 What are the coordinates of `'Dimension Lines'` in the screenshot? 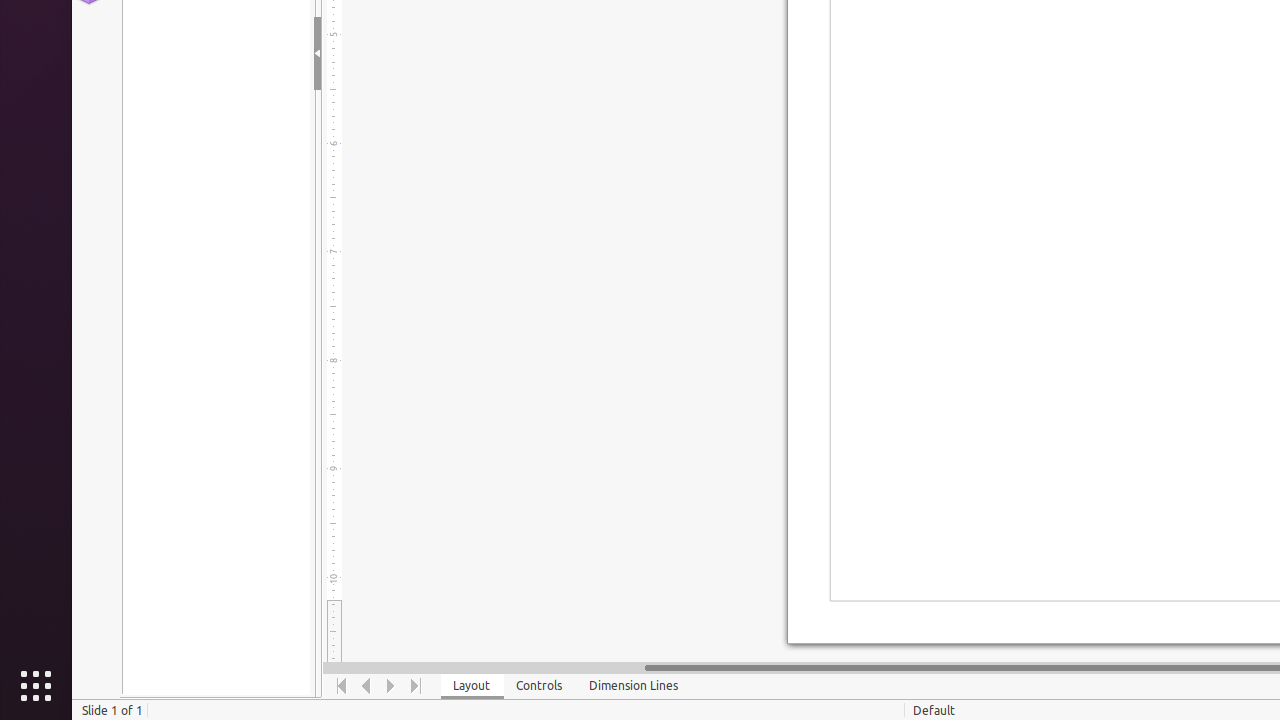 It's located at (633, 685).